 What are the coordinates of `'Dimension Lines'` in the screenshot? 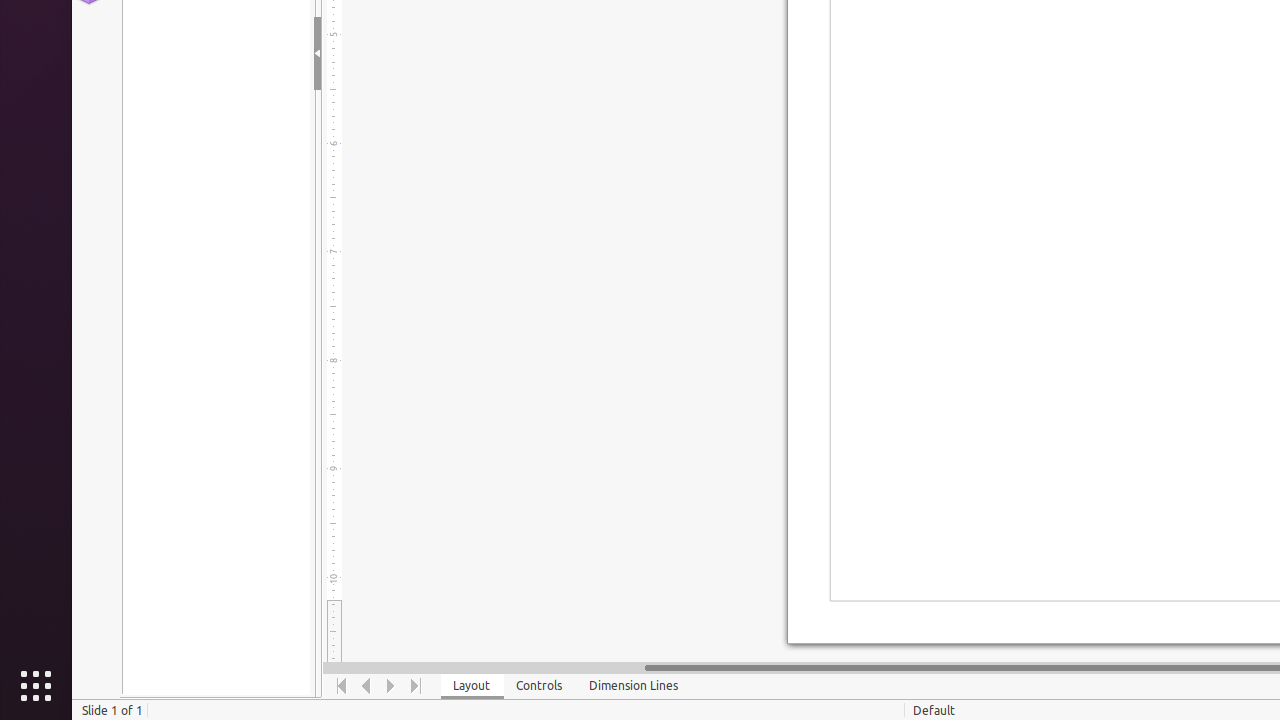 It's located at (633, 685).